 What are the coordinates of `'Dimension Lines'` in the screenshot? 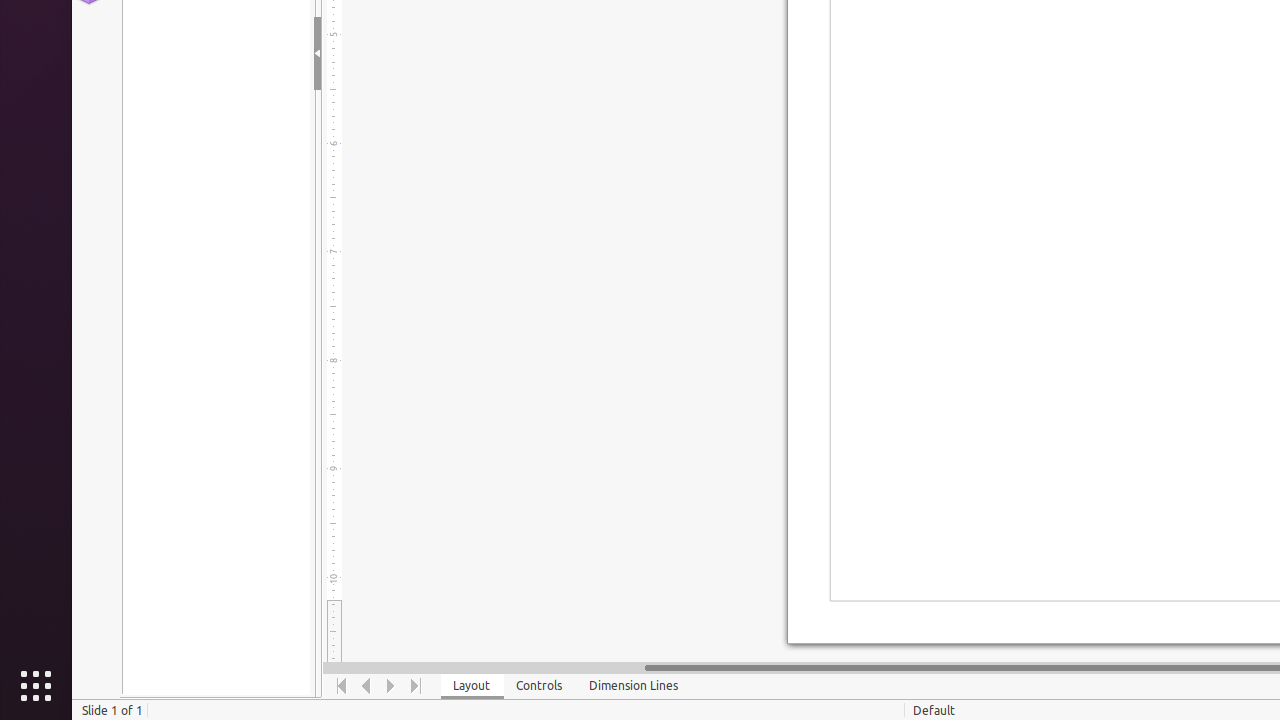 It's located at (633, 685).